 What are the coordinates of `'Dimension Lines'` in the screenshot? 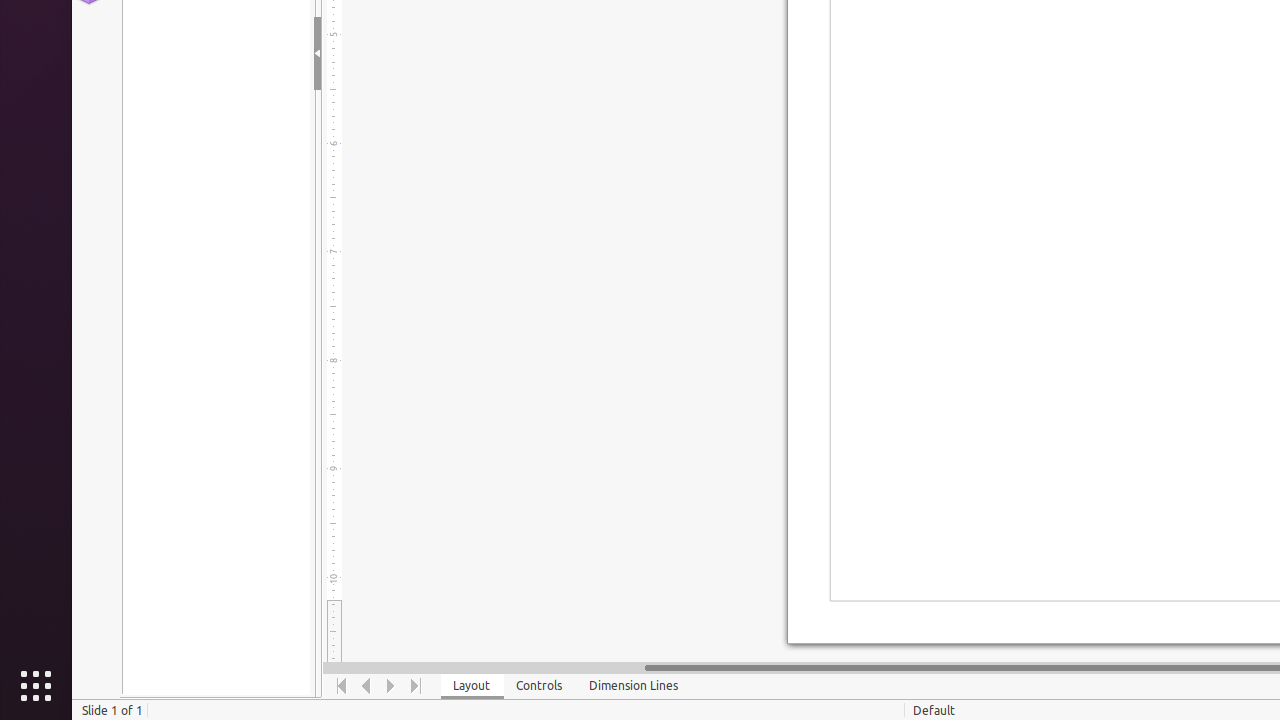 It's located at (633, 685).